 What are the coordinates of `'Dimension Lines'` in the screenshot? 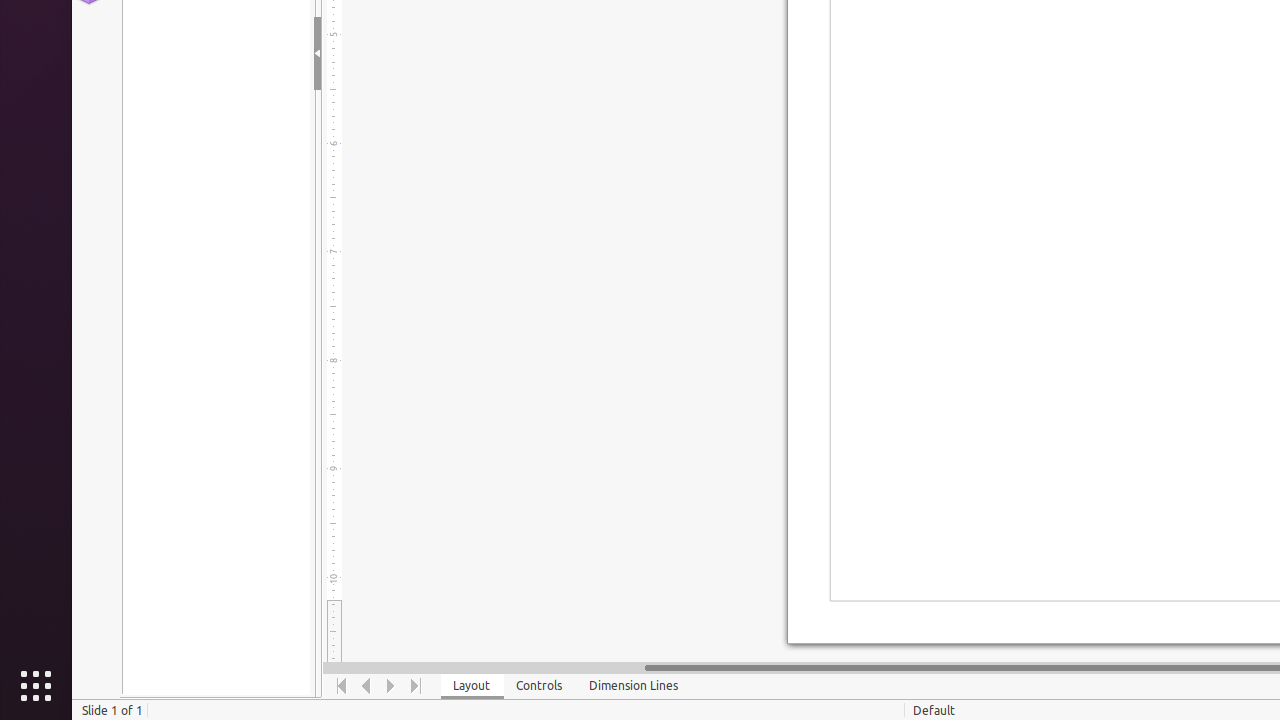 It's located at (633, 685).